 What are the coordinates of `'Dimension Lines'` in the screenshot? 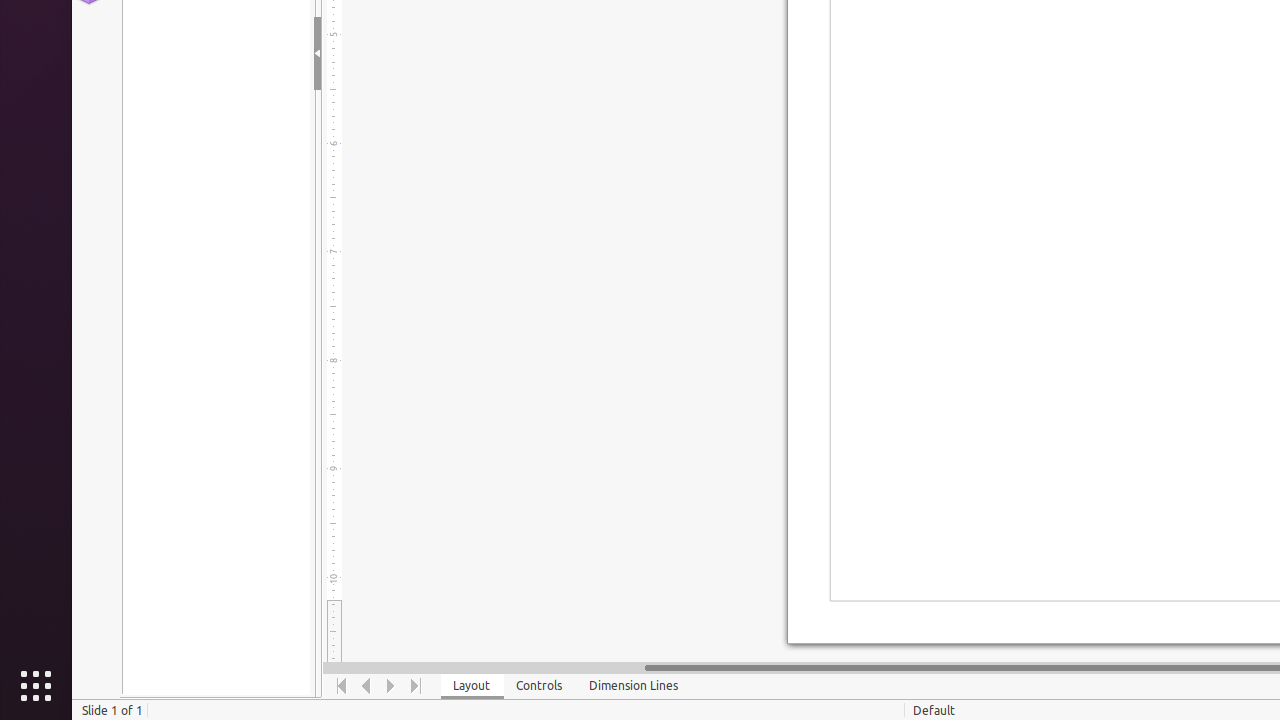 It's located at (633, 685).